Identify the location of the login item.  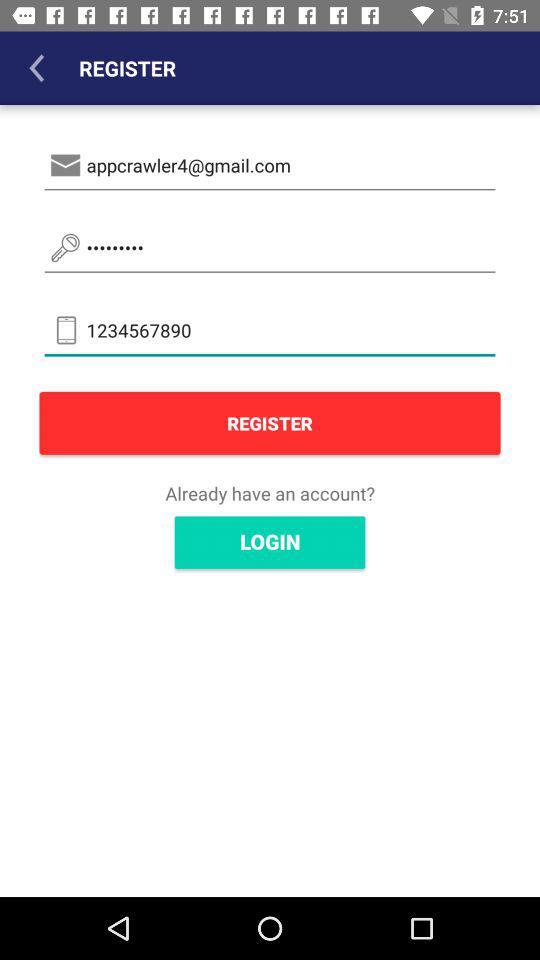
(270, 542).